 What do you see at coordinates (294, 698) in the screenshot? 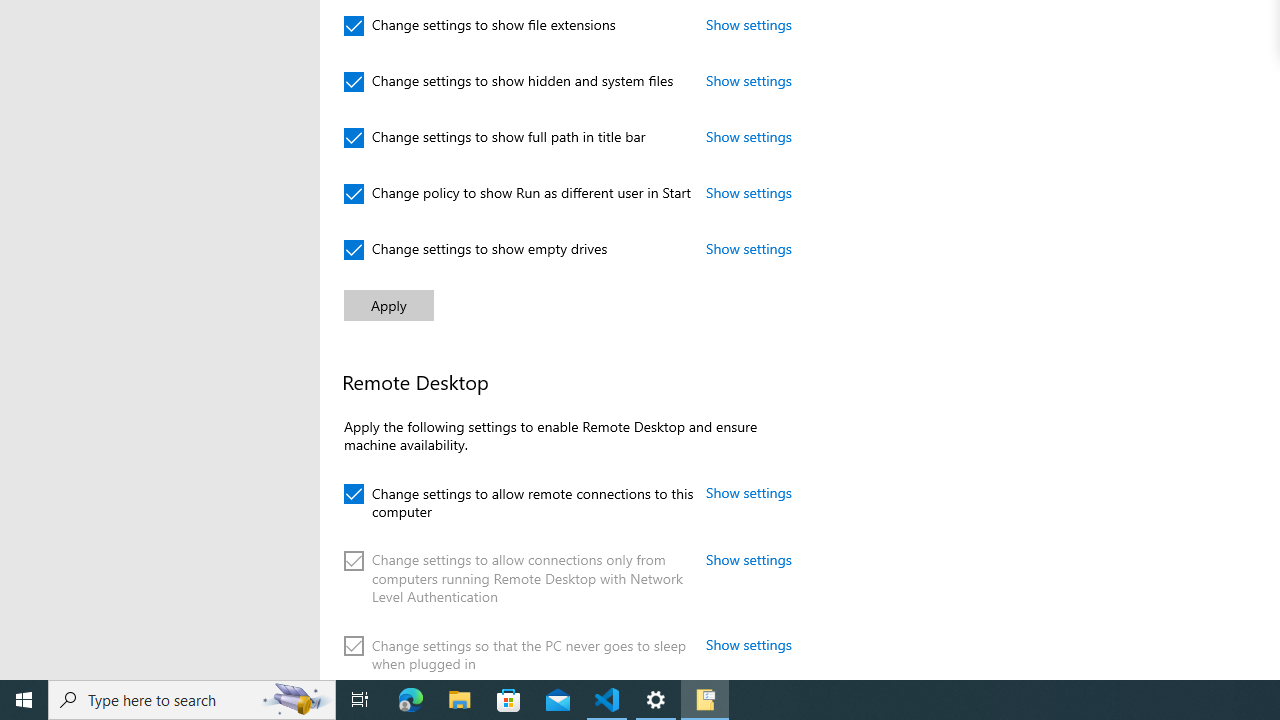
I see `'Search highlights icon opens search home window'` at bounding box center [294, 698].